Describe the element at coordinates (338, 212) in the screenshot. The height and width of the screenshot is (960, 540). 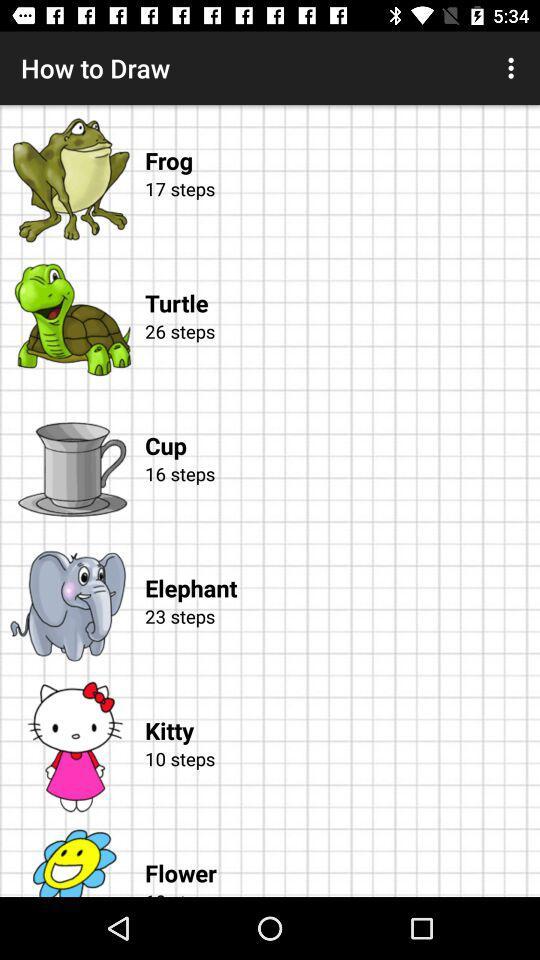
I see `the 17 steps item` at that location.